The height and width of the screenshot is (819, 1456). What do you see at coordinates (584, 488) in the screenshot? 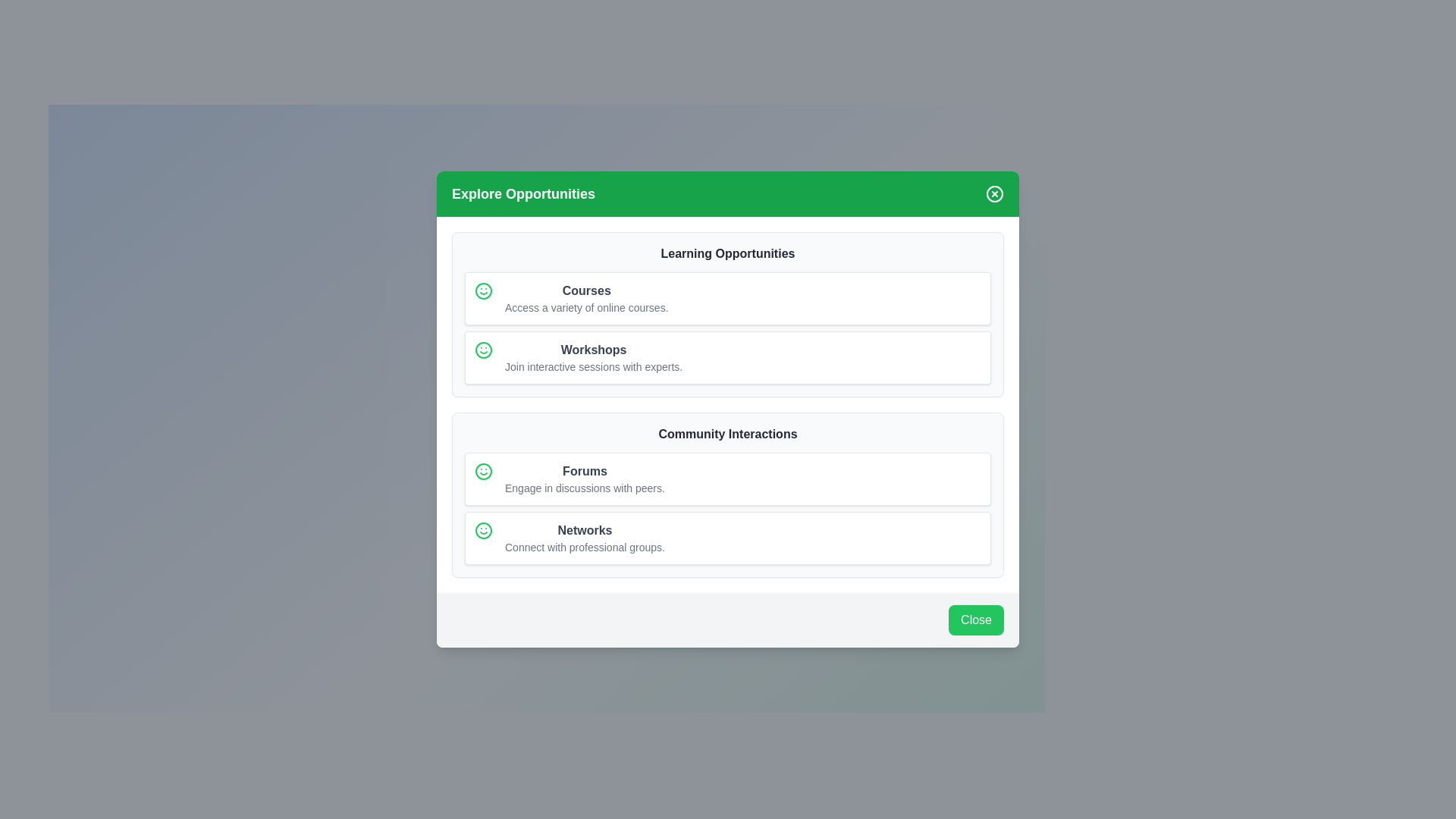
I see `the text element that reads 'Engage in discussions with peers.' located beneath the title 'Forums' in the 'Community Interactions' card` at bounding box center [584, 488].